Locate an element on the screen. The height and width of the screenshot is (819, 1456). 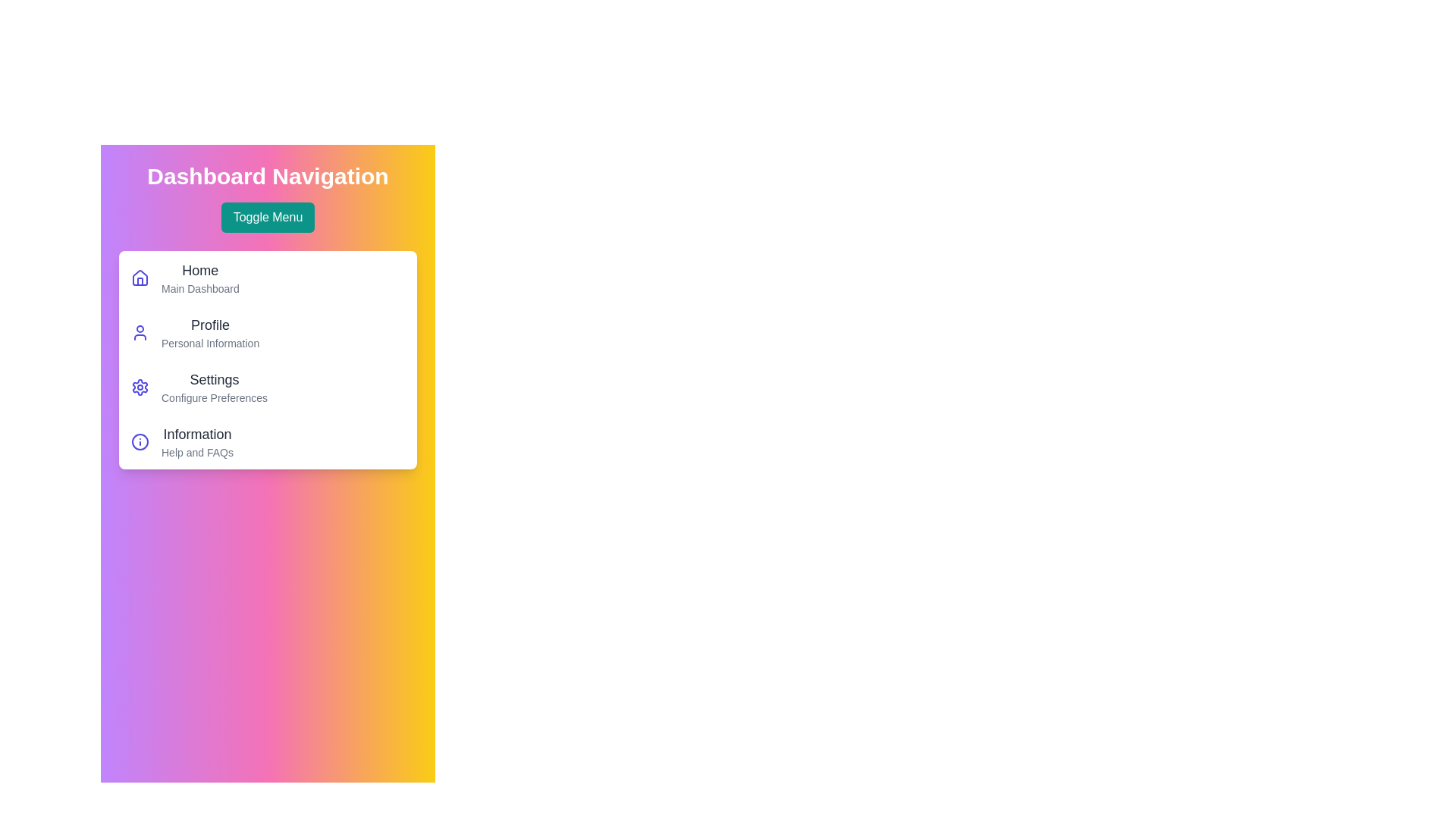
the Settings icon in the menu is located at coordinates (140, 386).